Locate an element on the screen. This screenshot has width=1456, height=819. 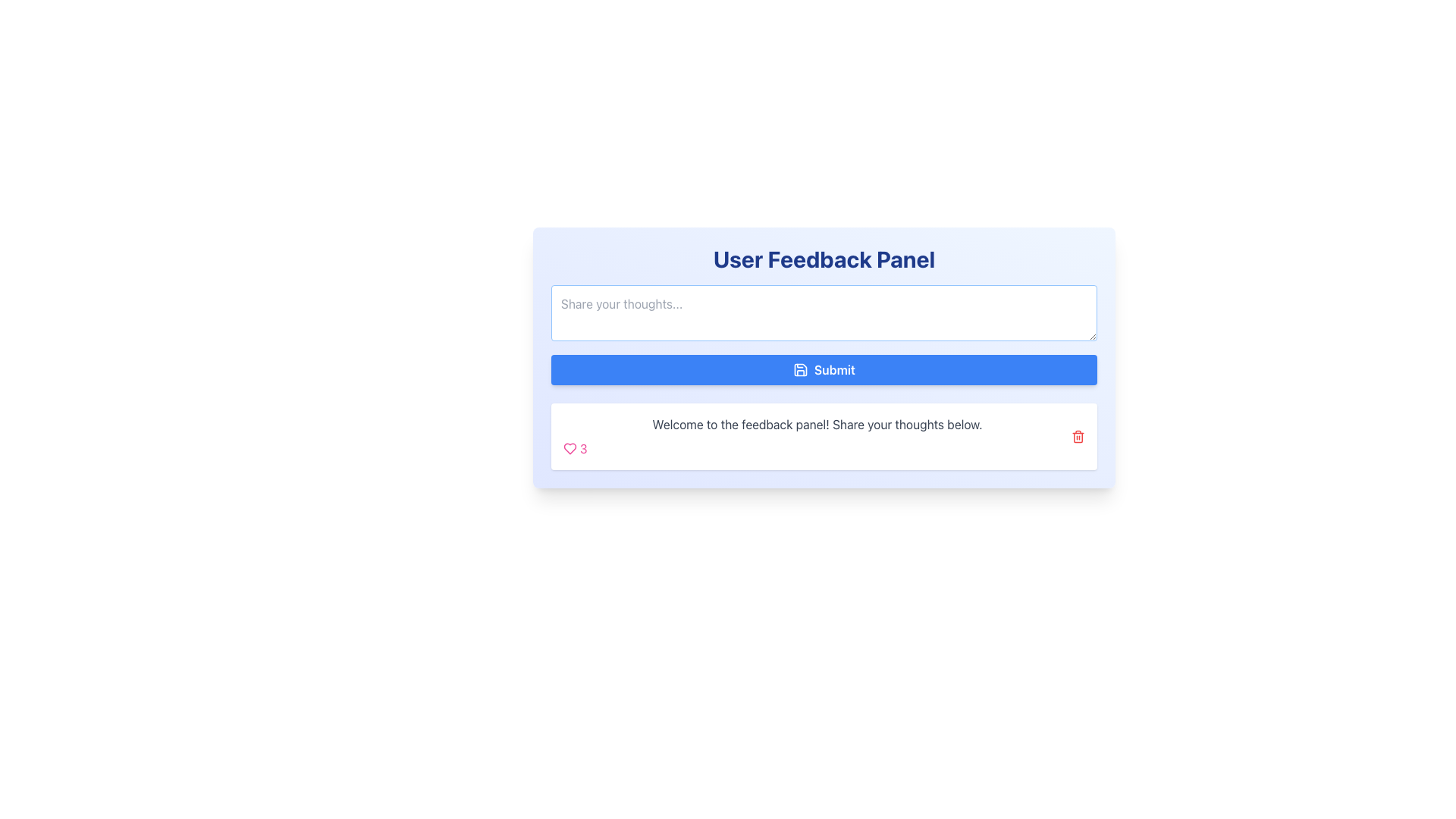
static text element that displays the message 'Welcome to the feedback panel! Share your thoughts below.' to understand the feedback panel's purpose is located at coordinates (817, 424).